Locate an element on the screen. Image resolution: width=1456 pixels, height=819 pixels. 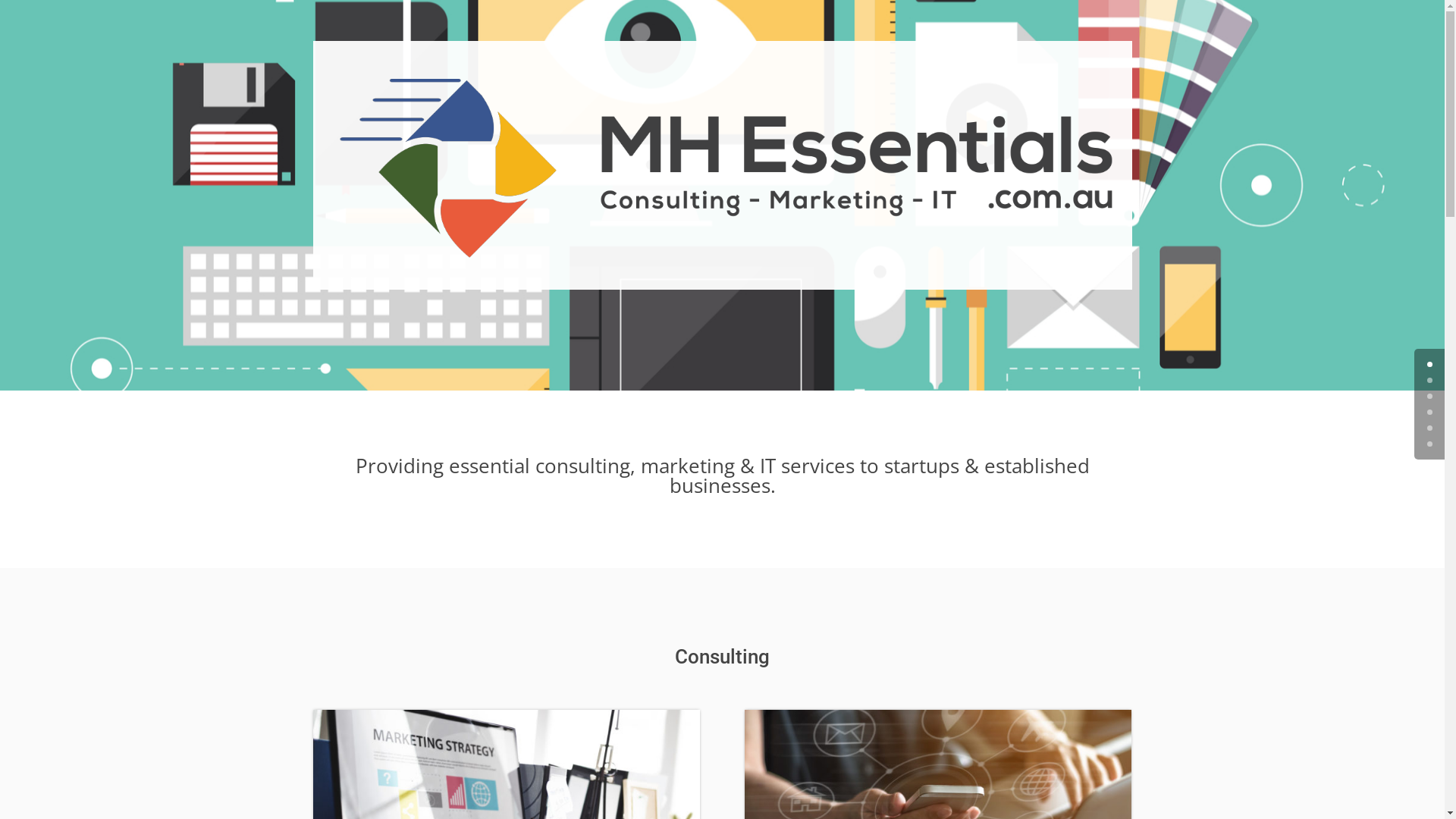
'4' is located at coordinates (1429, 428).